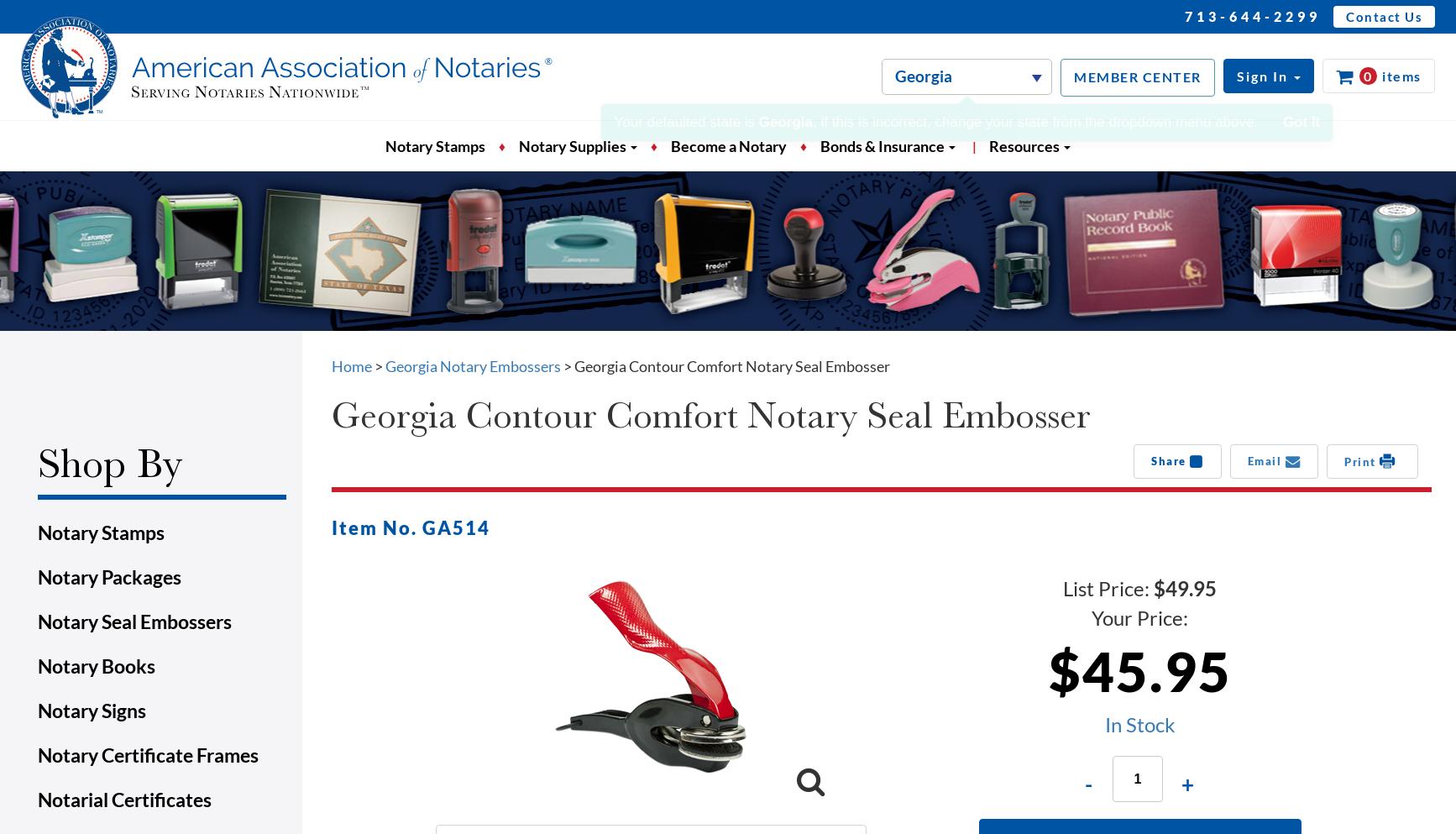  Describe the element at coordinates (1136, 76) in the screenshot. I see `'MEMBER CENTER'` at that location.